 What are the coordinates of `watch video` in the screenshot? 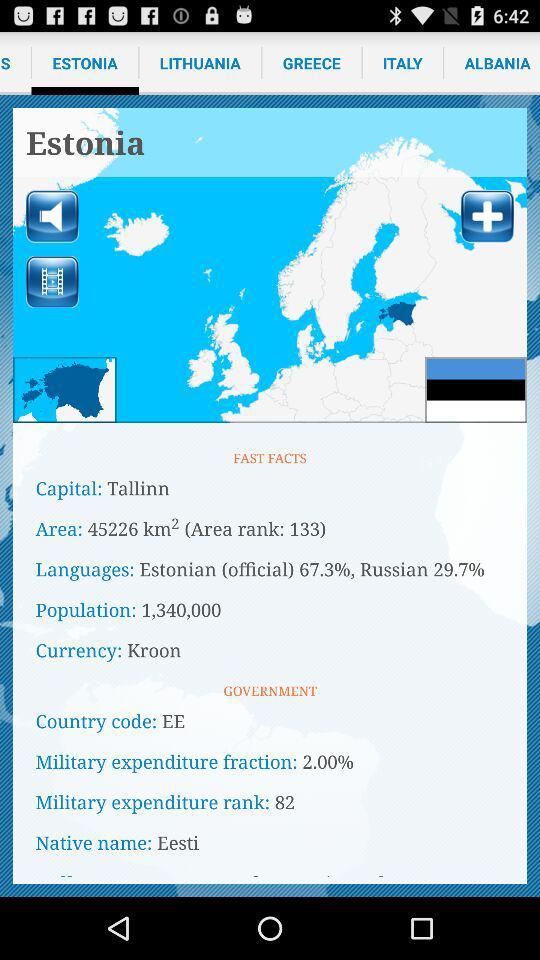 It's located at (52, 281).